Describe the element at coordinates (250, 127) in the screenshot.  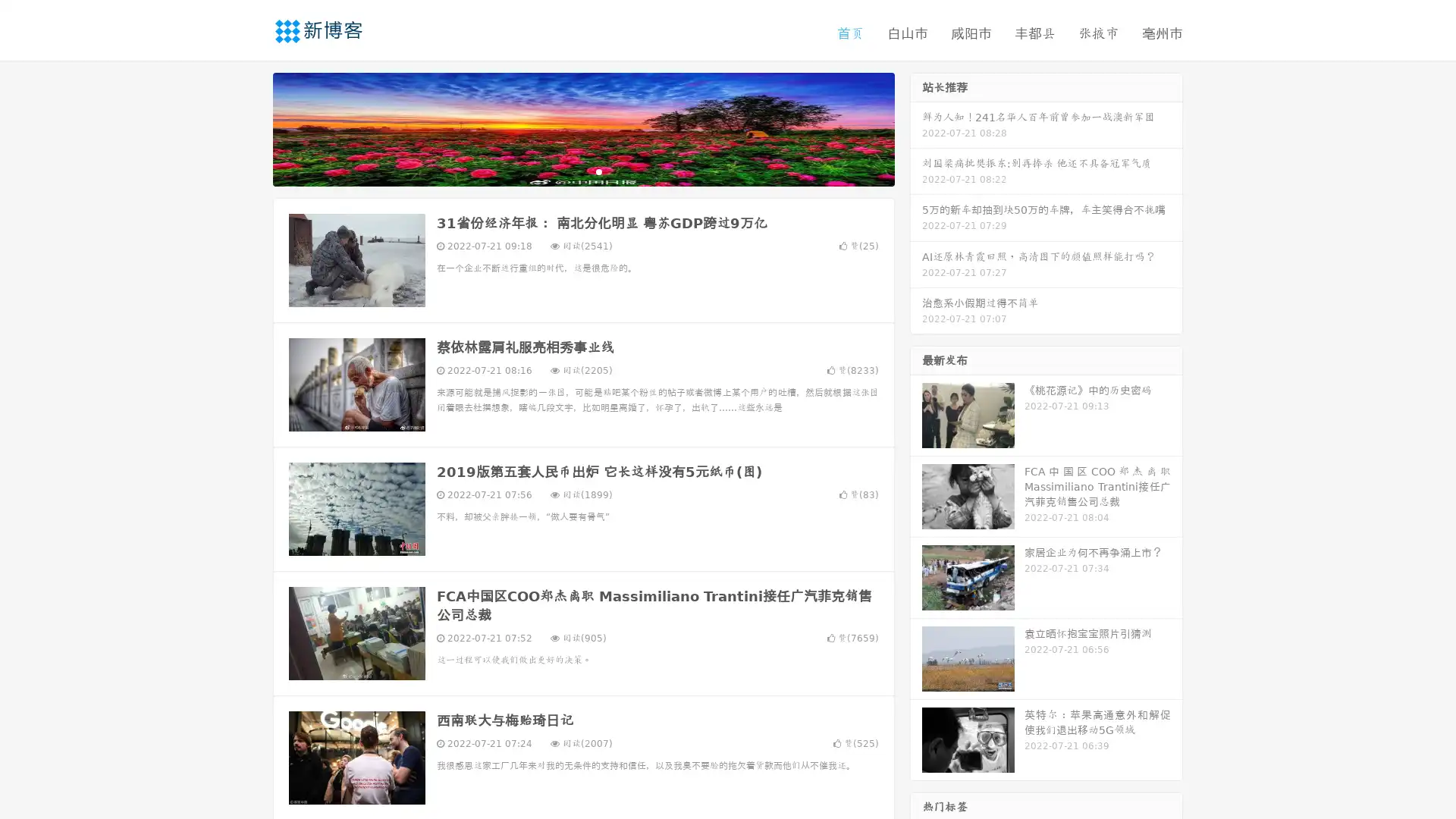
I see `Previous slide` at that location.